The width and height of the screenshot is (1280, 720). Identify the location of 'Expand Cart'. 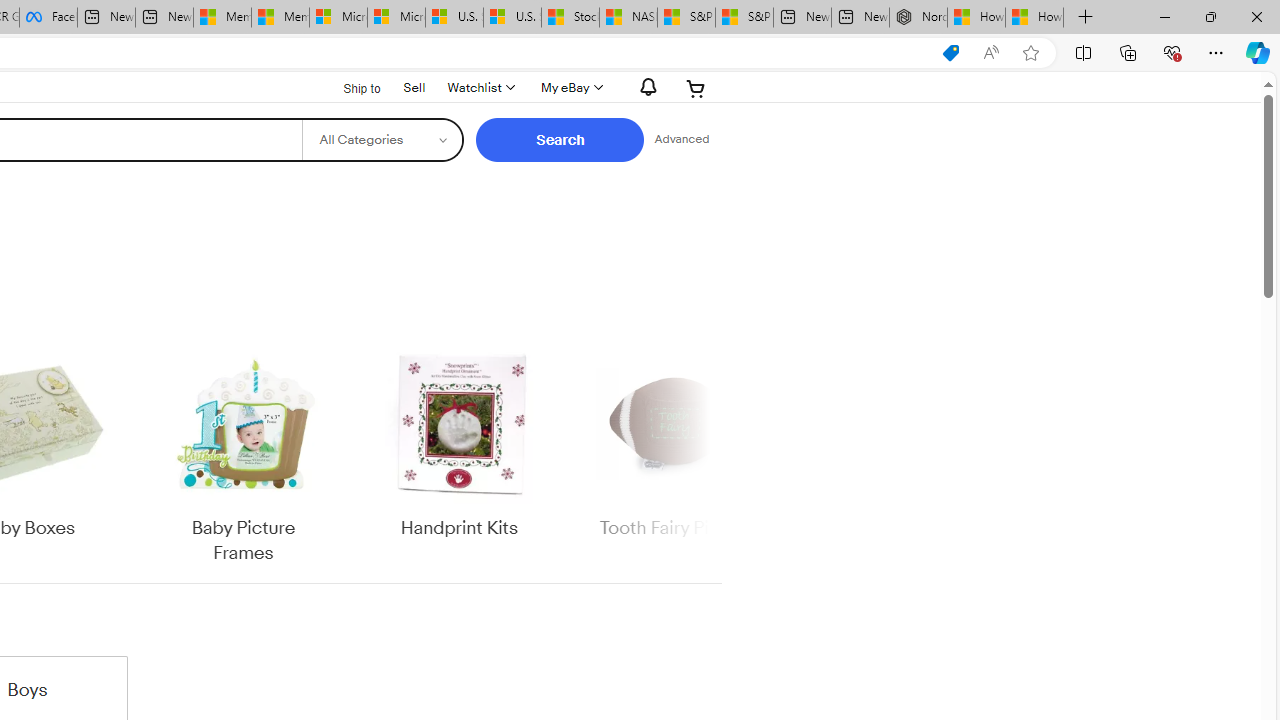
(696, 87).